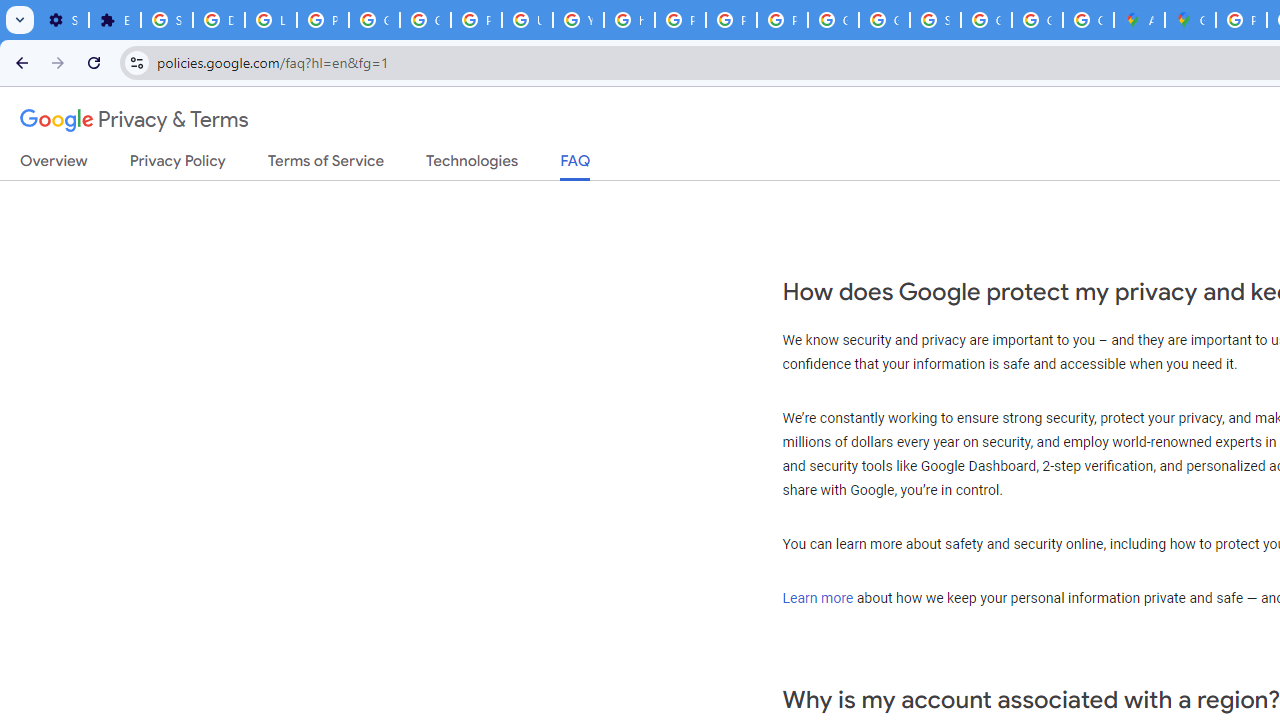 Image resolution: width=1280 pixels, height=720 pixels. What do you see at coordinates (63, 20) in the screenshot?
I see `'Settings - On startup'` at bounding box center [63, 20].